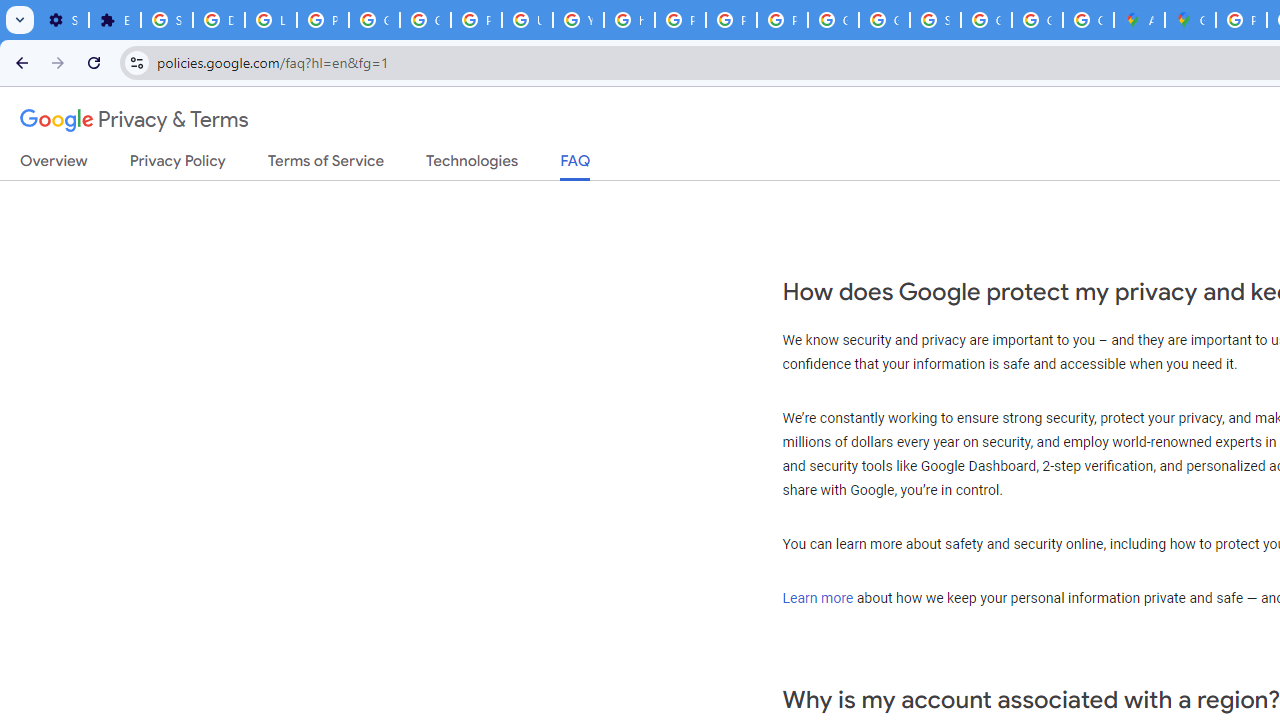 Image resolution: width=1280 pixels, height=720 pixels. What do you see at coordinates (63, 20) in the screenshot?
I see `'Settings - On startup'` at bounding box center [63, 20].